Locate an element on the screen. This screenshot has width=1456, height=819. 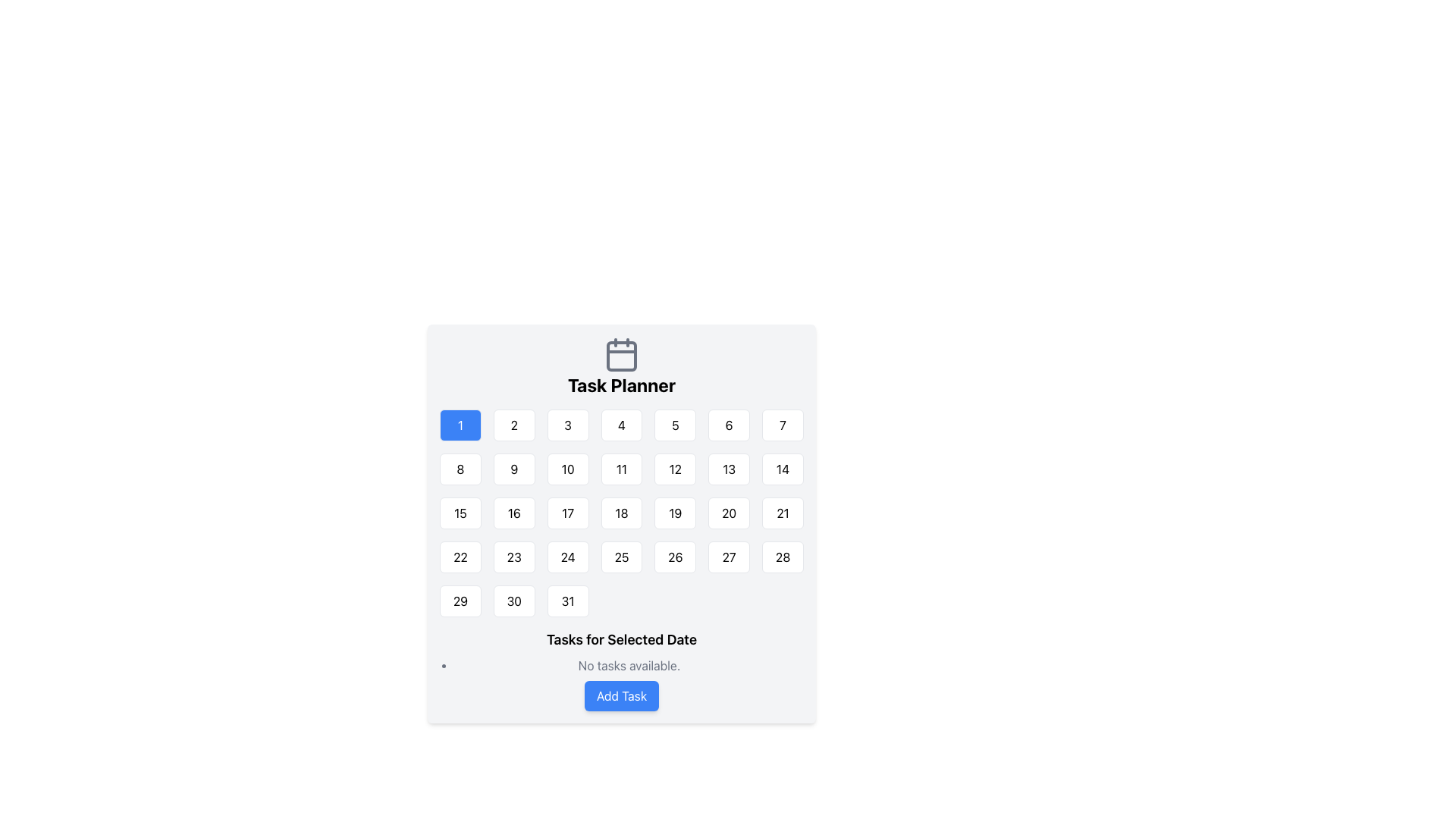
the button labeled '23' which is styled with rounded corners and changes to light blue when hovered, located in the 6th row and 2nd column of the calendar grid is located at coordinates (514, 557).